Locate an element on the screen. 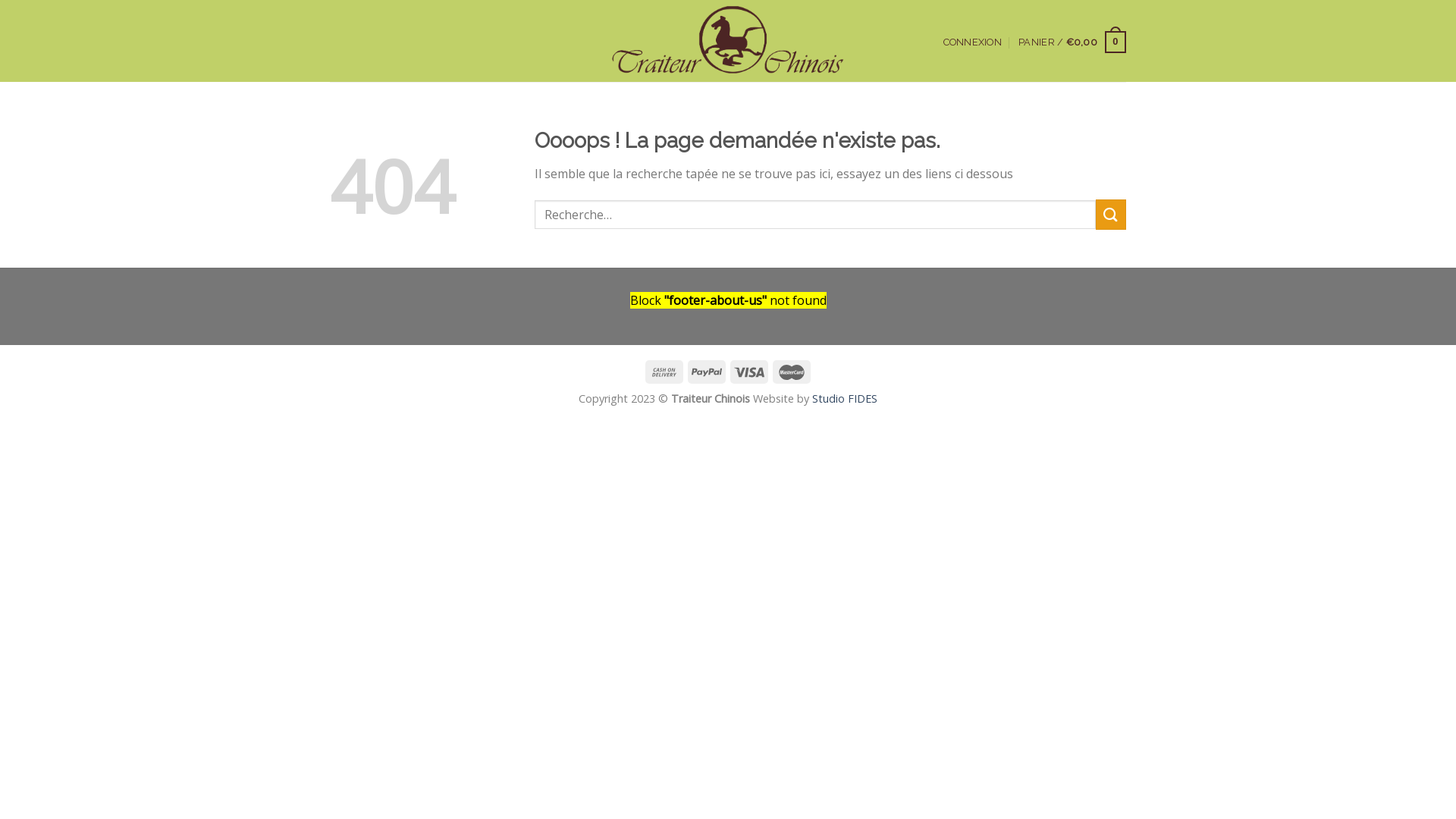 The image size is (1456, 819). 'Studio FIDES' is located at coordinates (843, 397).